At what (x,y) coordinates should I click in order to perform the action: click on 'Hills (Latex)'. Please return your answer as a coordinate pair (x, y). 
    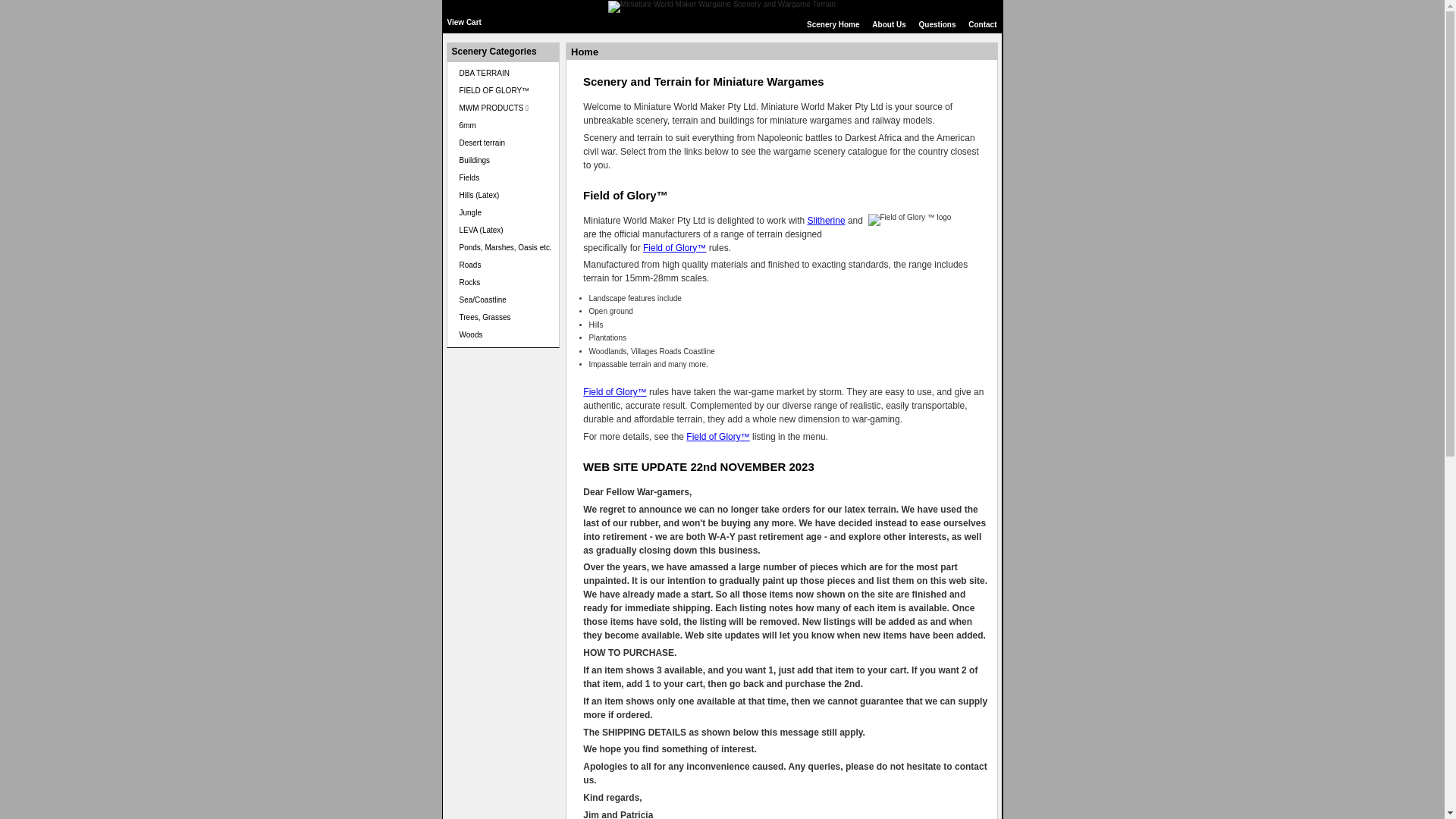
    Looking at the image, I should click on (479, 194).